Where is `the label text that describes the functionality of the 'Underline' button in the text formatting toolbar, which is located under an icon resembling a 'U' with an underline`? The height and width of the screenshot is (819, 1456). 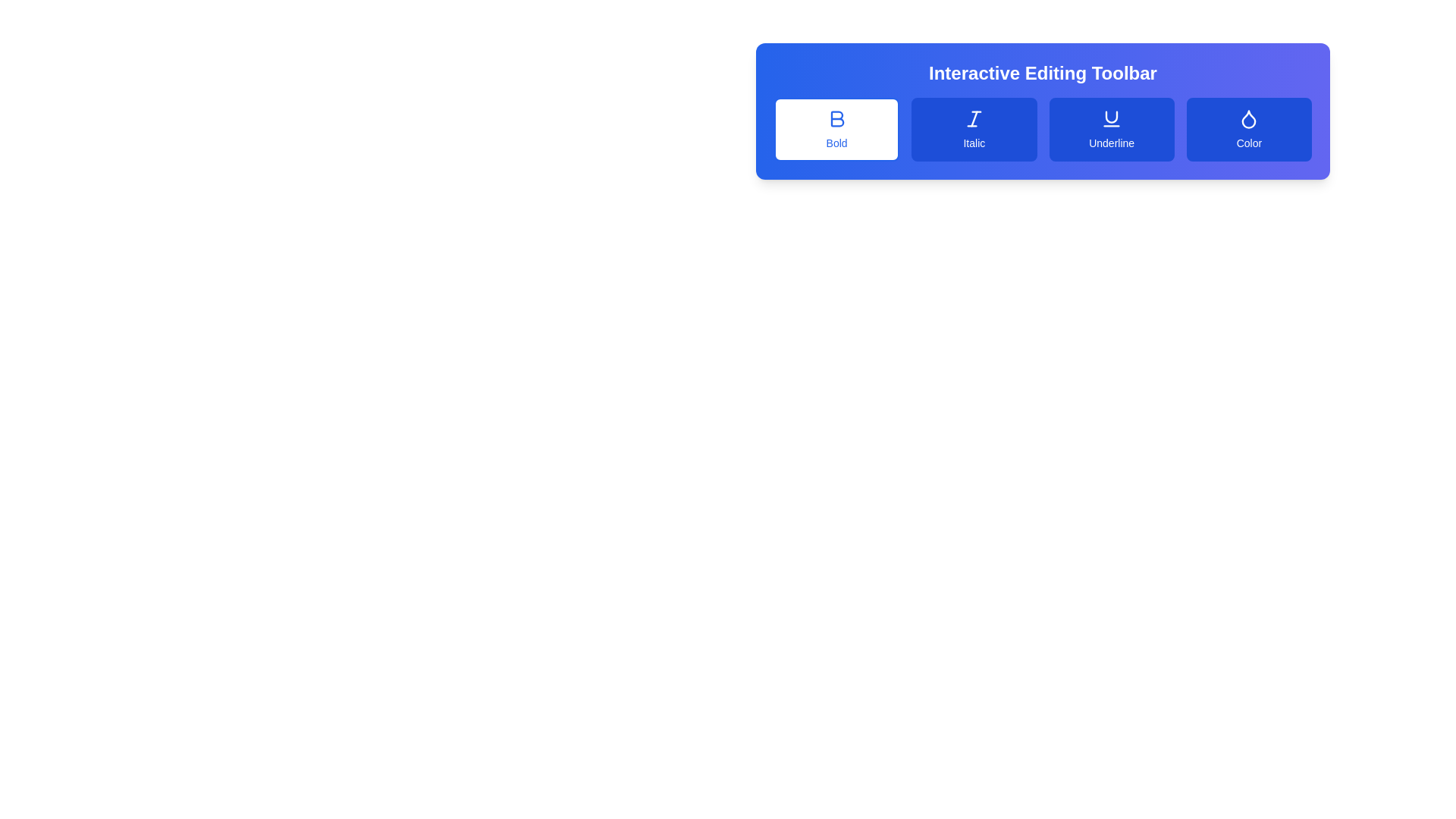 the label text that describes the functionality of the 'Underline' button in the text formatting toolbar, which is located under an icon resembling a 'U' with an underline is located at coordinates (1112, 143).